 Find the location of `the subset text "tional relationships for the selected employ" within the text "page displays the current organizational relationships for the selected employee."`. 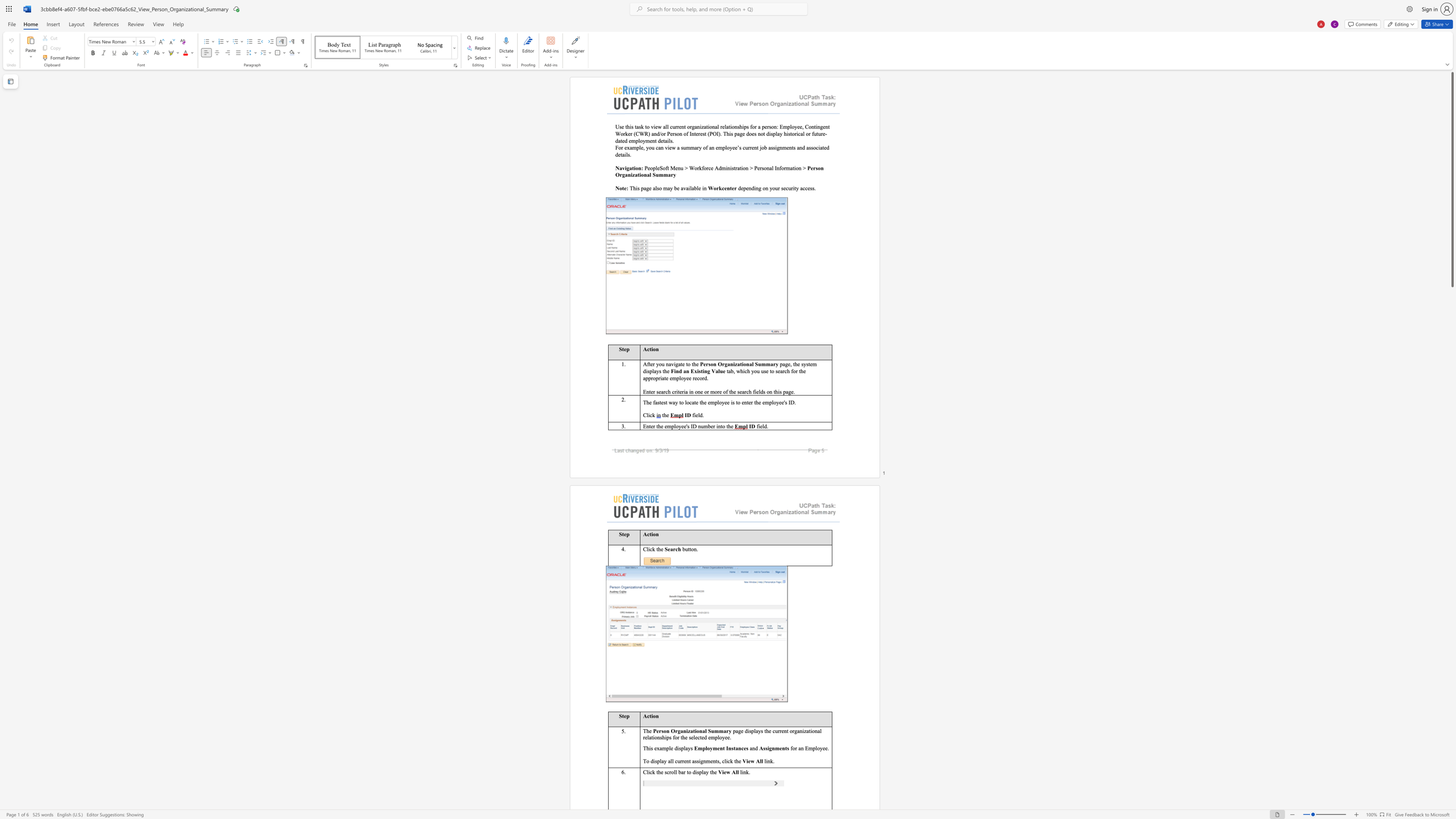

the subset text "tional relationships for the selected employ" within the text "page displays the current organizational relationships for the selected employee." is located at coordinates (809, 731).